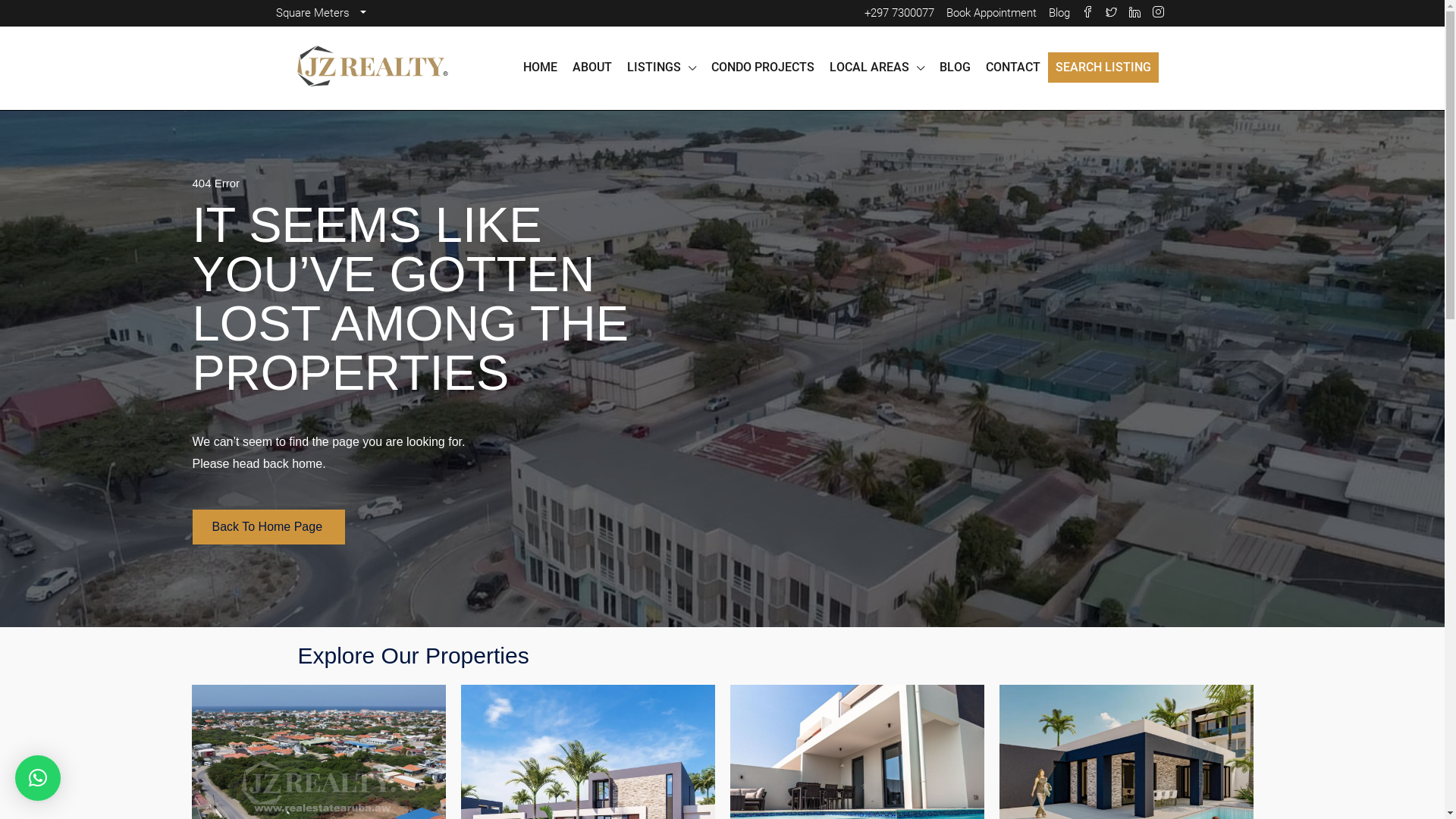 The height and width of the screenshot is (819, 1456). Describe the element at coordinates (274, 13) in the screenshot. I see `'Square Meters'` at that location.